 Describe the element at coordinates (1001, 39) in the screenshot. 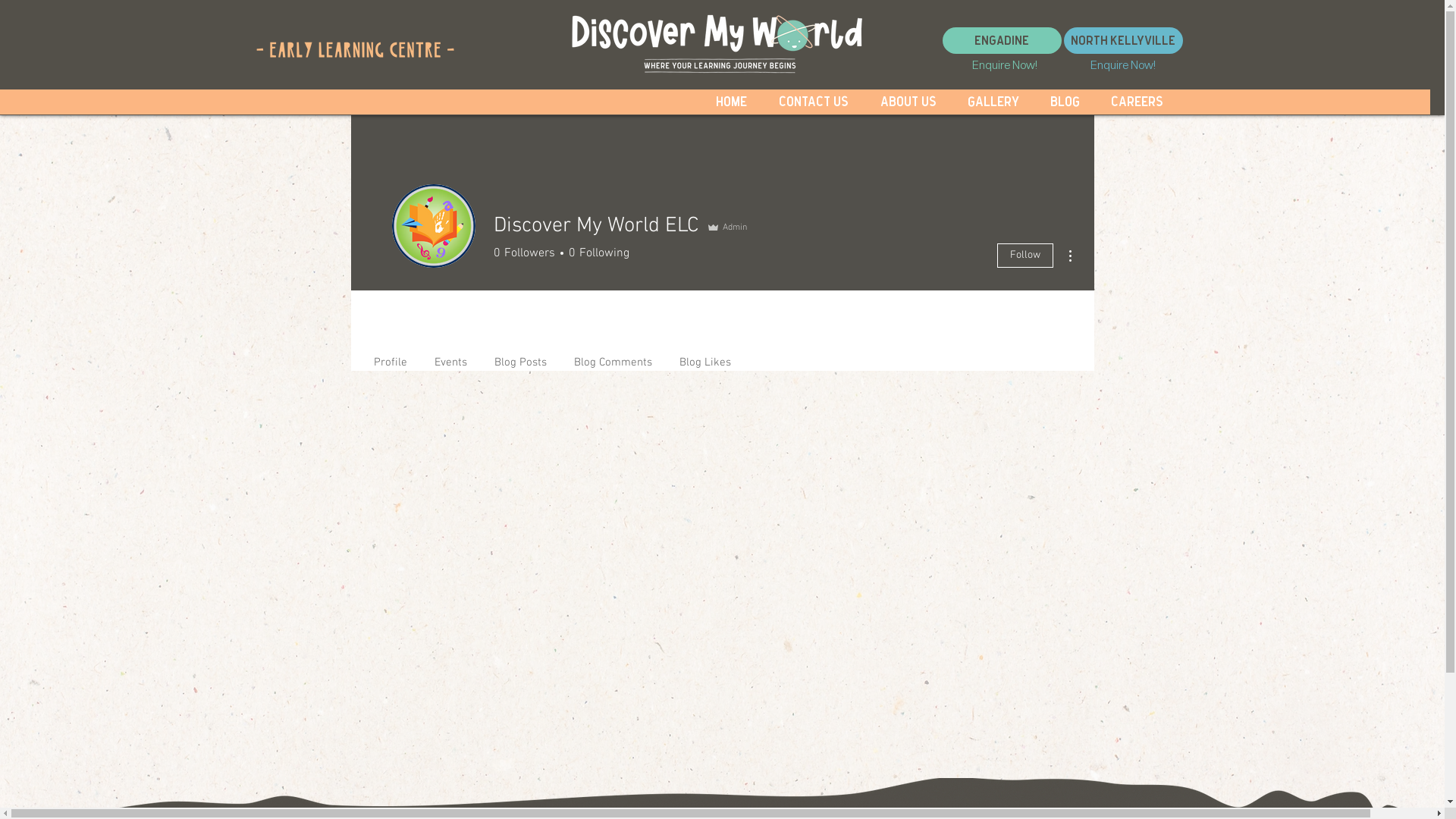

I see `'Engadine'` at that location.